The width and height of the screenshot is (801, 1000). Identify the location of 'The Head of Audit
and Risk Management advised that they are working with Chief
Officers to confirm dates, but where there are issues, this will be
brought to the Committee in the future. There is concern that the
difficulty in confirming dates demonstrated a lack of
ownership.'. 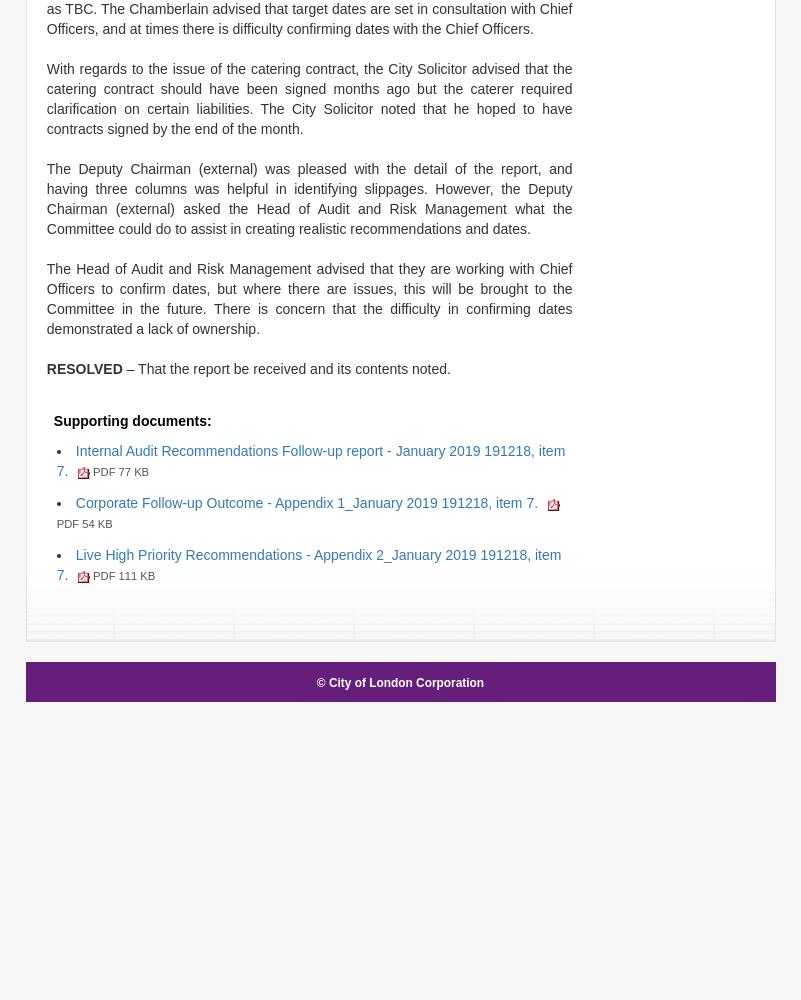
(309, 298).